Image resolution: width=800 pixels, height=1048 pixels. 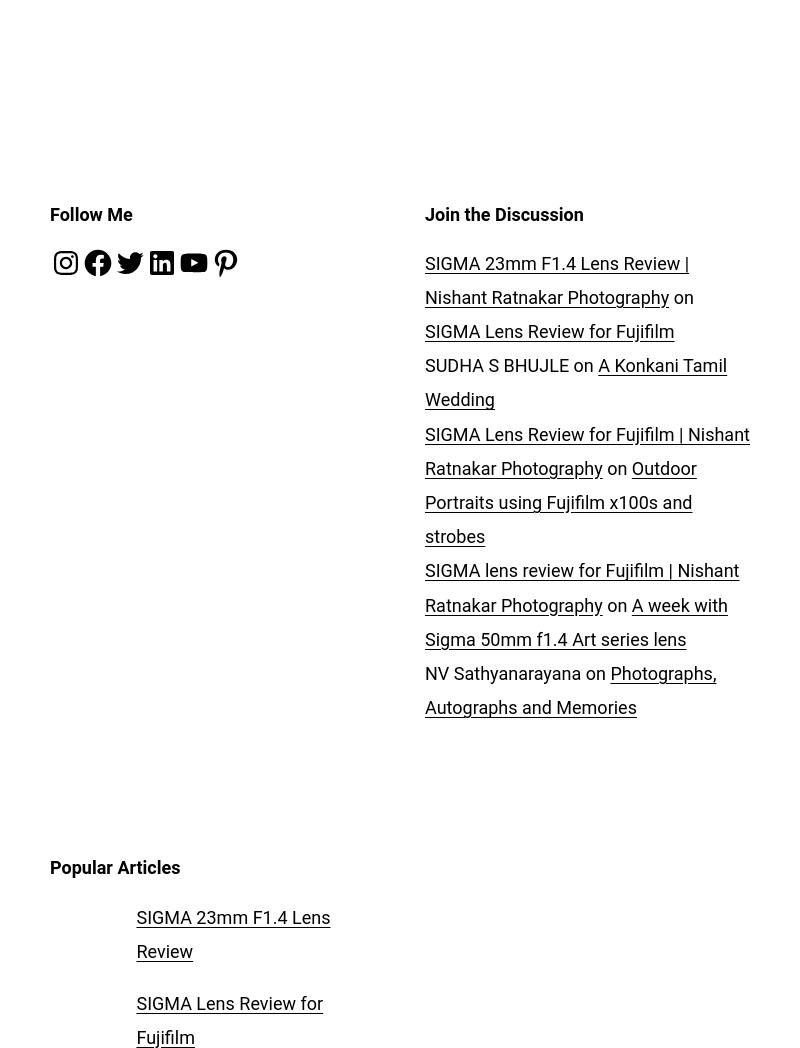 What do you see at coordinates (497, 364) in the screenshot?
I see `'SUDHA S BHUJLE'` at bounding box center [497, 364].